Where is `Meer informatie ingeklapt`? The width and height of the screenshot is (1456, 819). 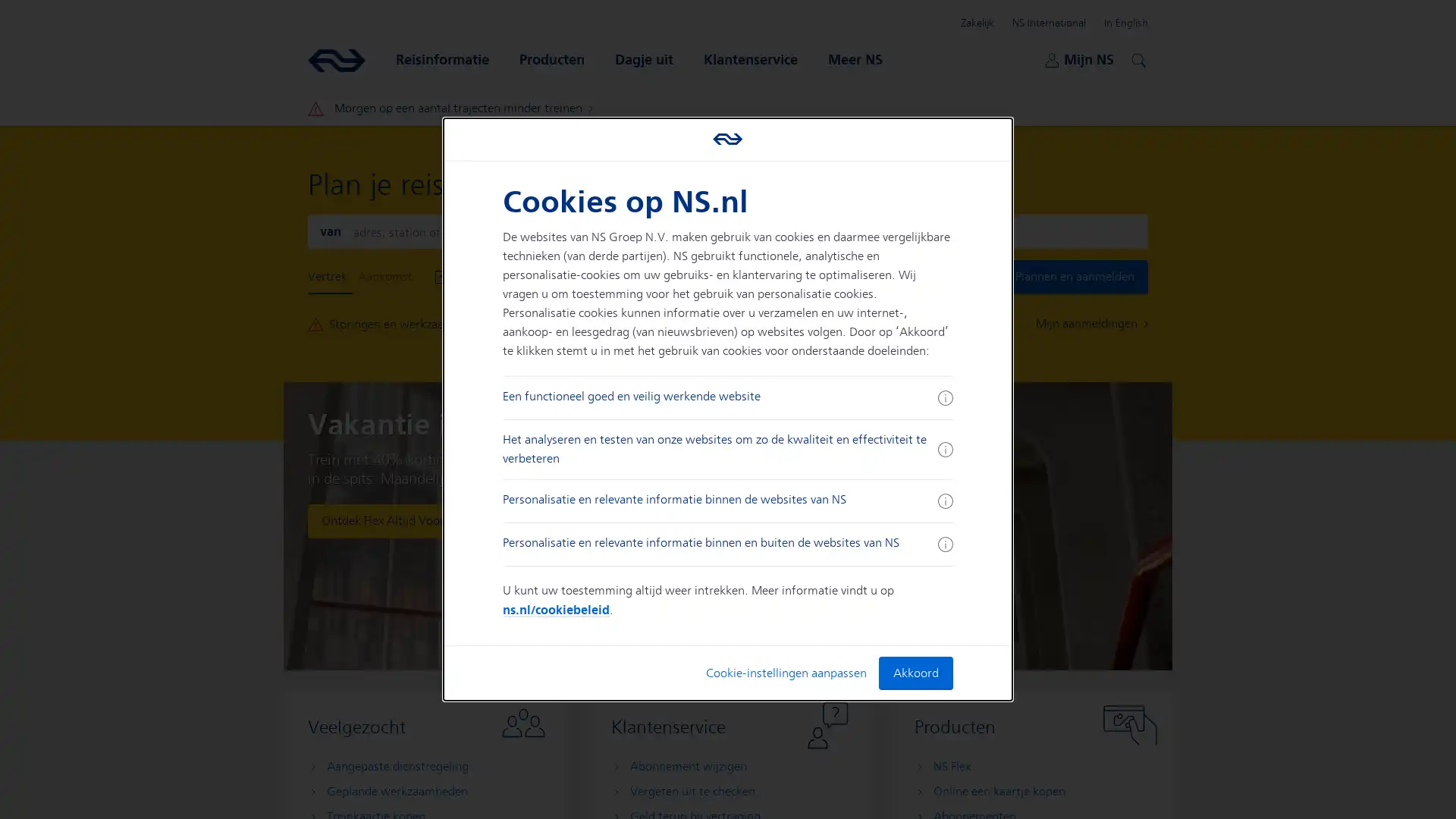
Meer informatie ingeklapt is located at coordinates (944, 449).